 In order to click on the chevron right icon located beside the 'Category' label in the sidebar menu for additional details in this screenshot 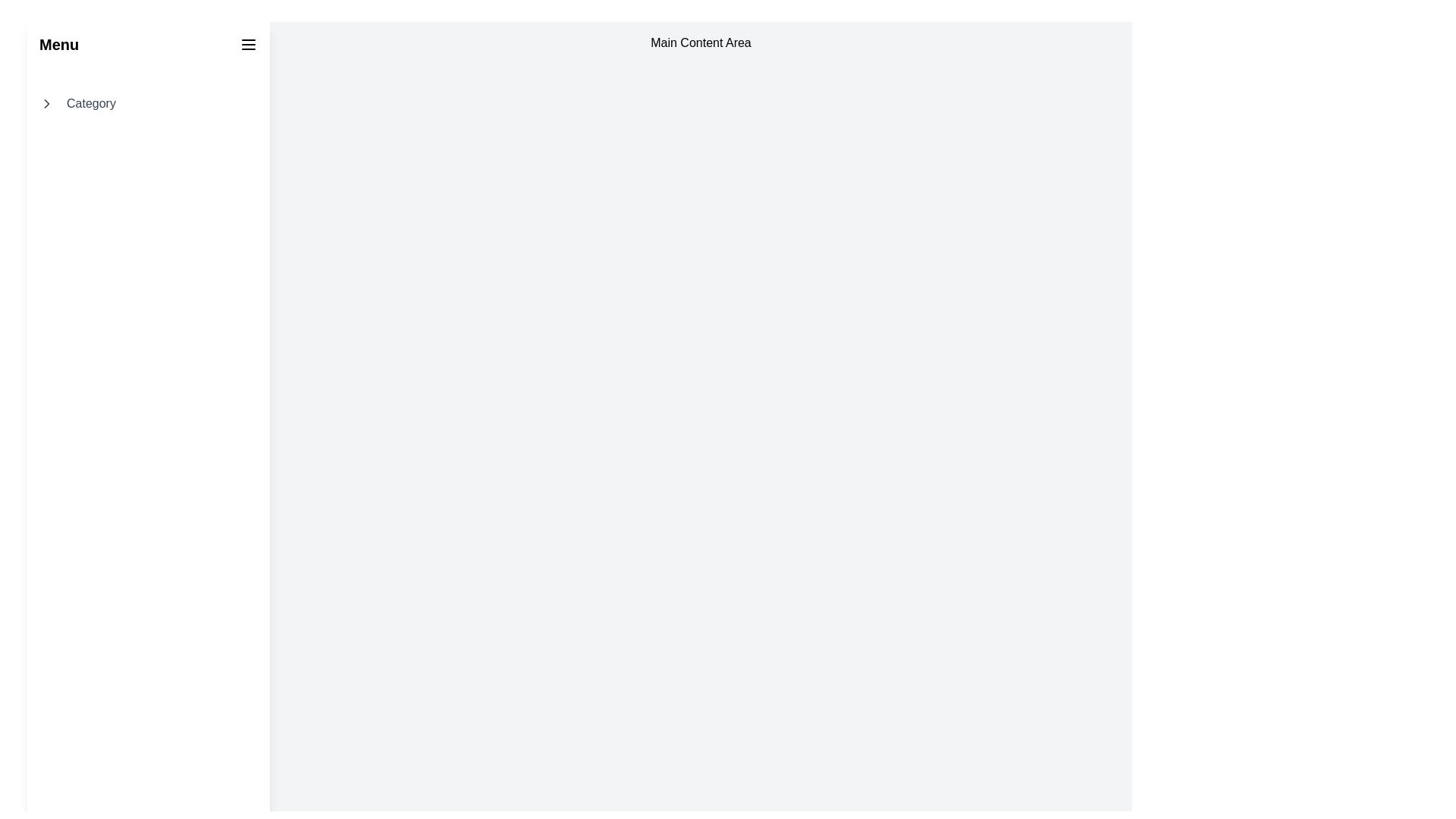, I will do `click(47, 103)`.